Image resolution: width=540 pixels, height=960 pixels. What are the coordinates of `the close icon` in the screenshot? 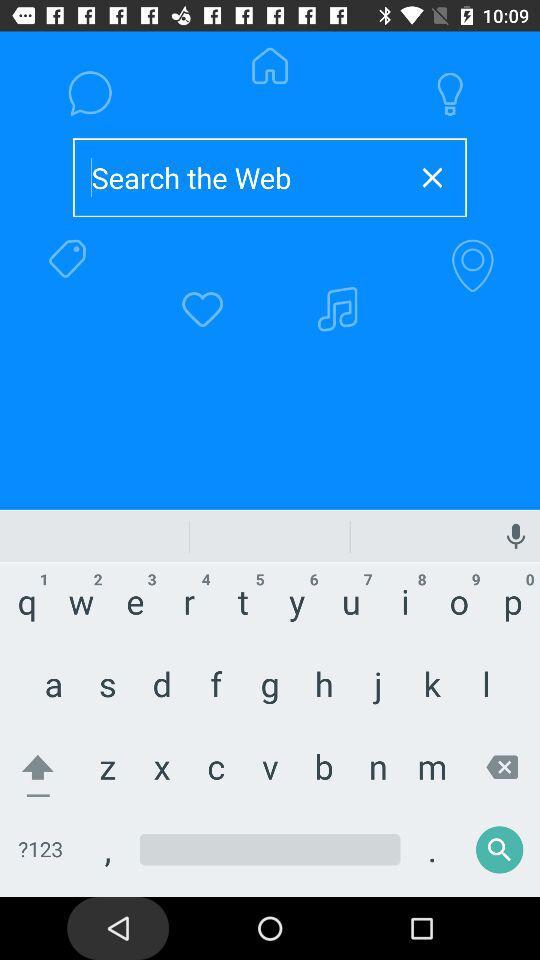 It's located at (431, 176).